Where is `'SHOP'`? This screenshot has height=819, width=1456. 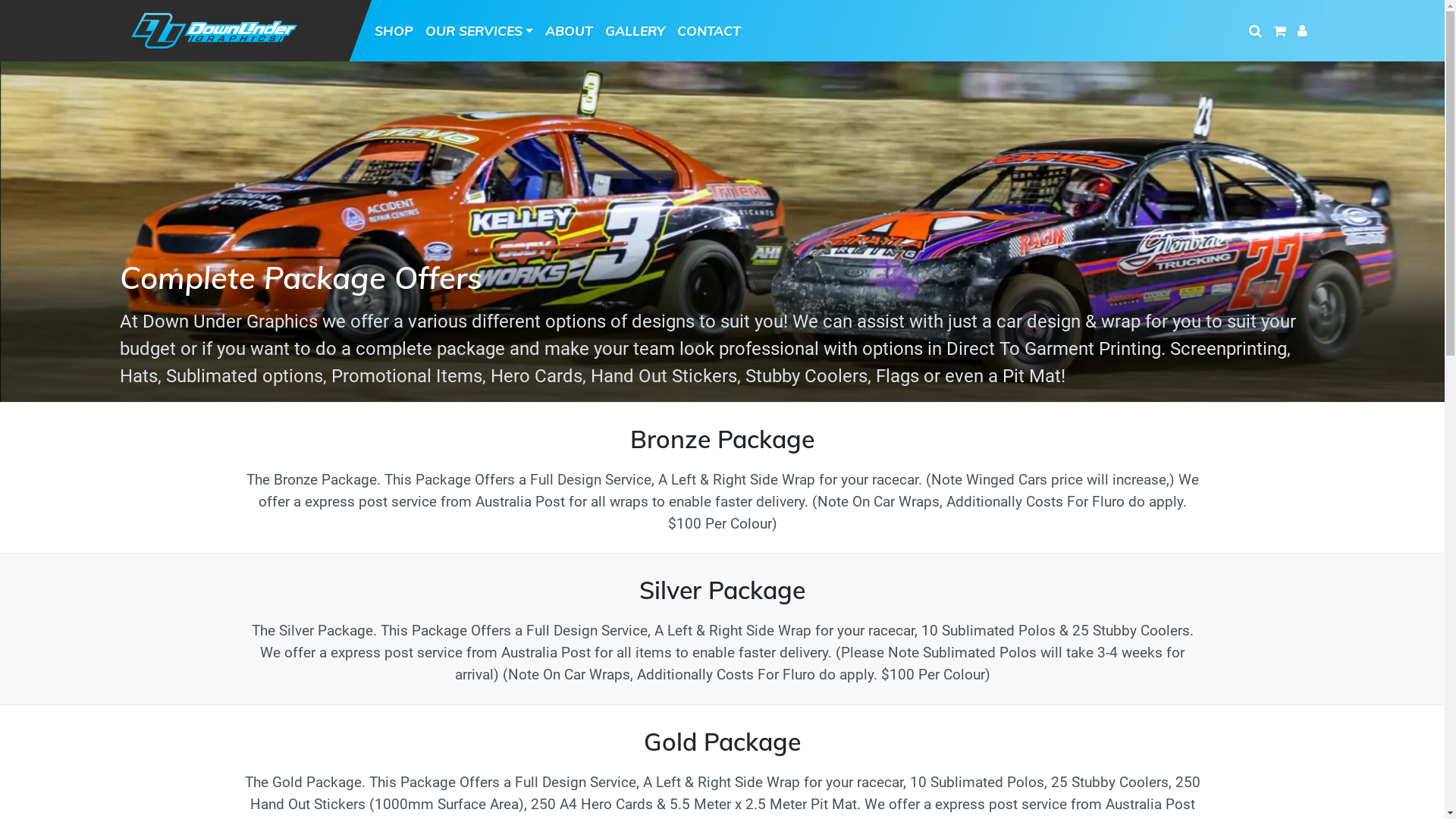 'SHOP' is located at coordinates (394, 30).